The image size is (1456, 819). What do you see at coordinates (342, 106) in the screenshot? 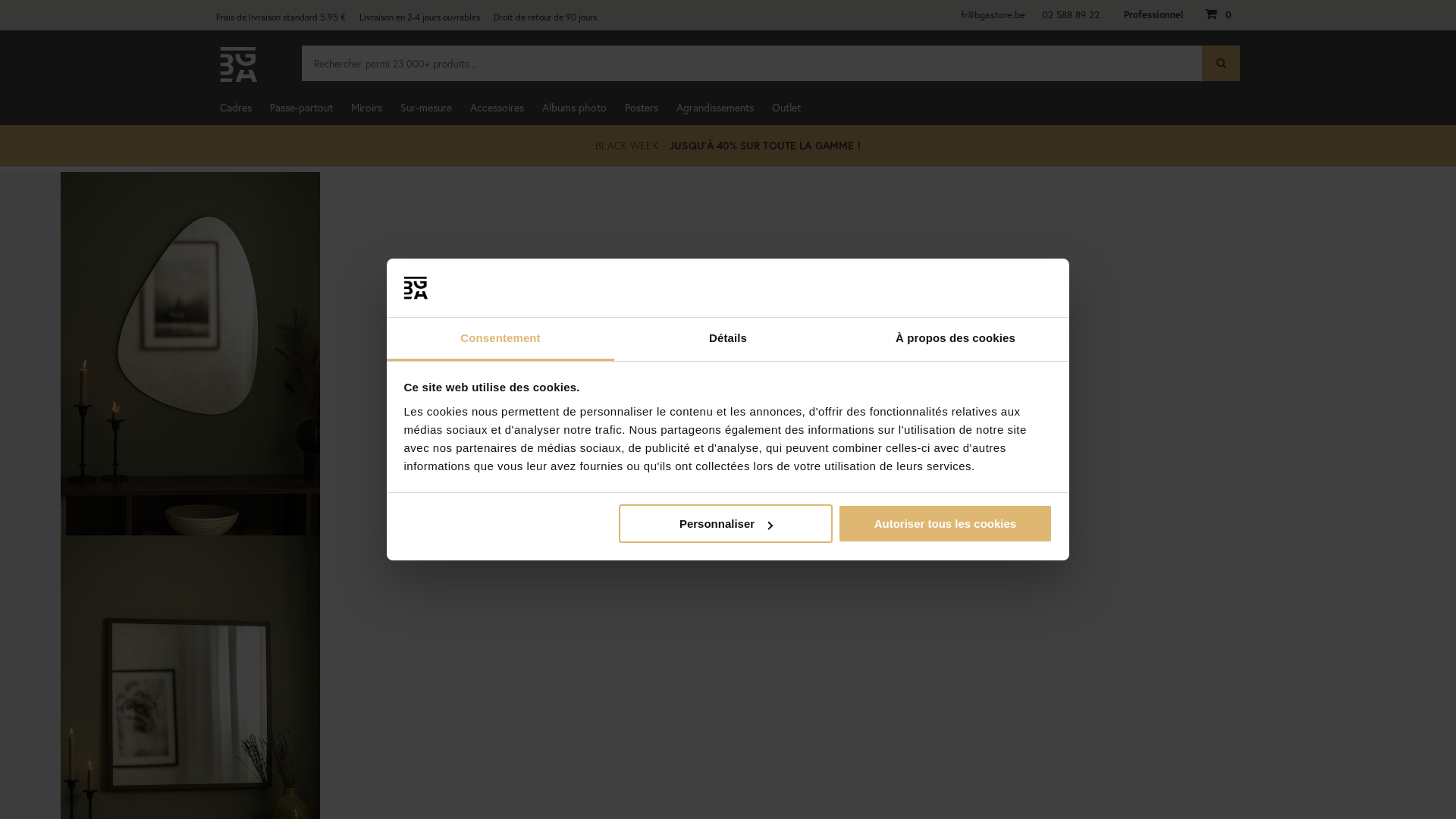
I see `'Miroirs'` at bounding box center [342, 106].